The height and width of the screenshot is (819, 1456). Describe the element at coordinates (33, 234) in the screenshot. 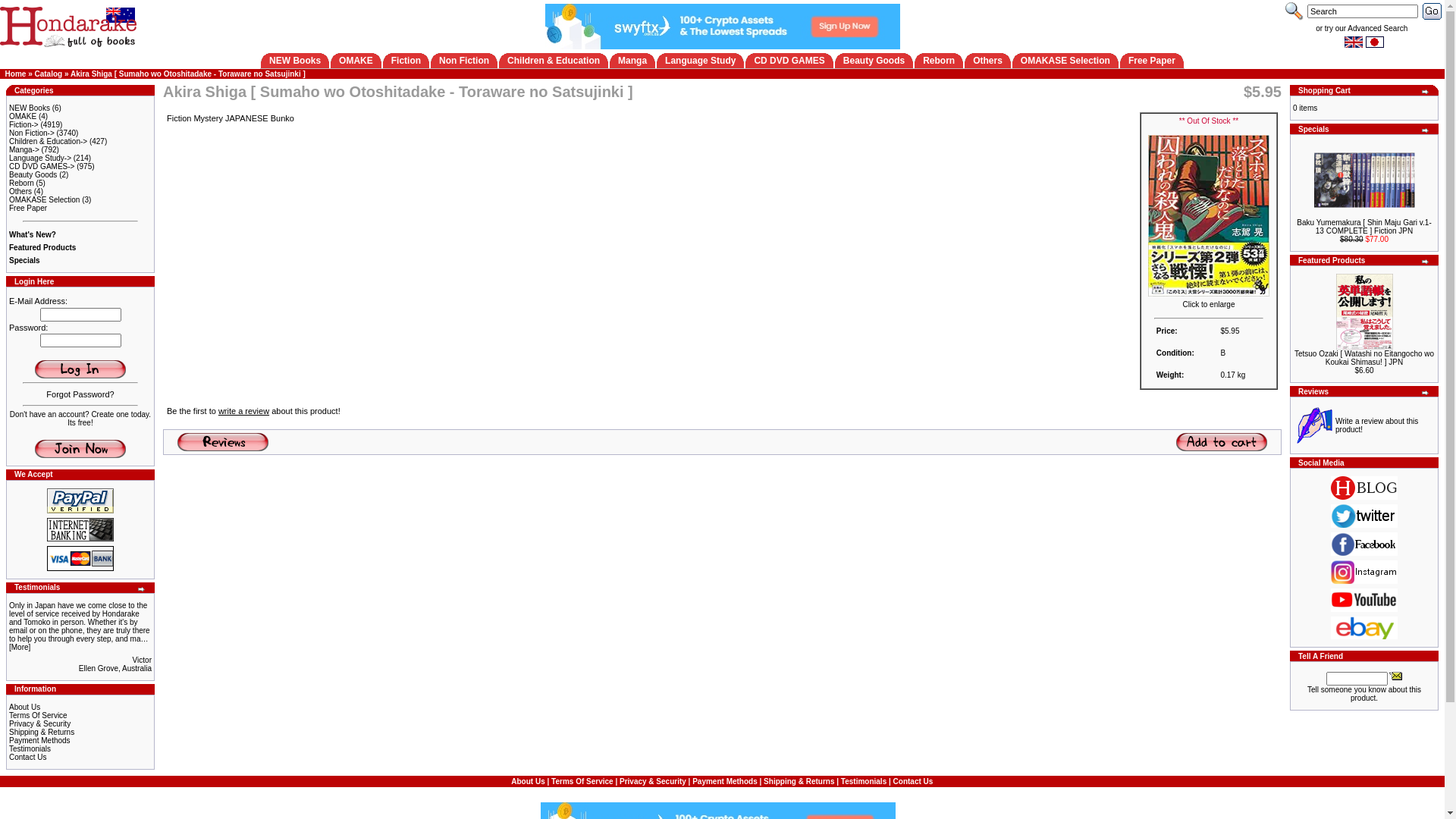

I see `'What's New?'` at that location.